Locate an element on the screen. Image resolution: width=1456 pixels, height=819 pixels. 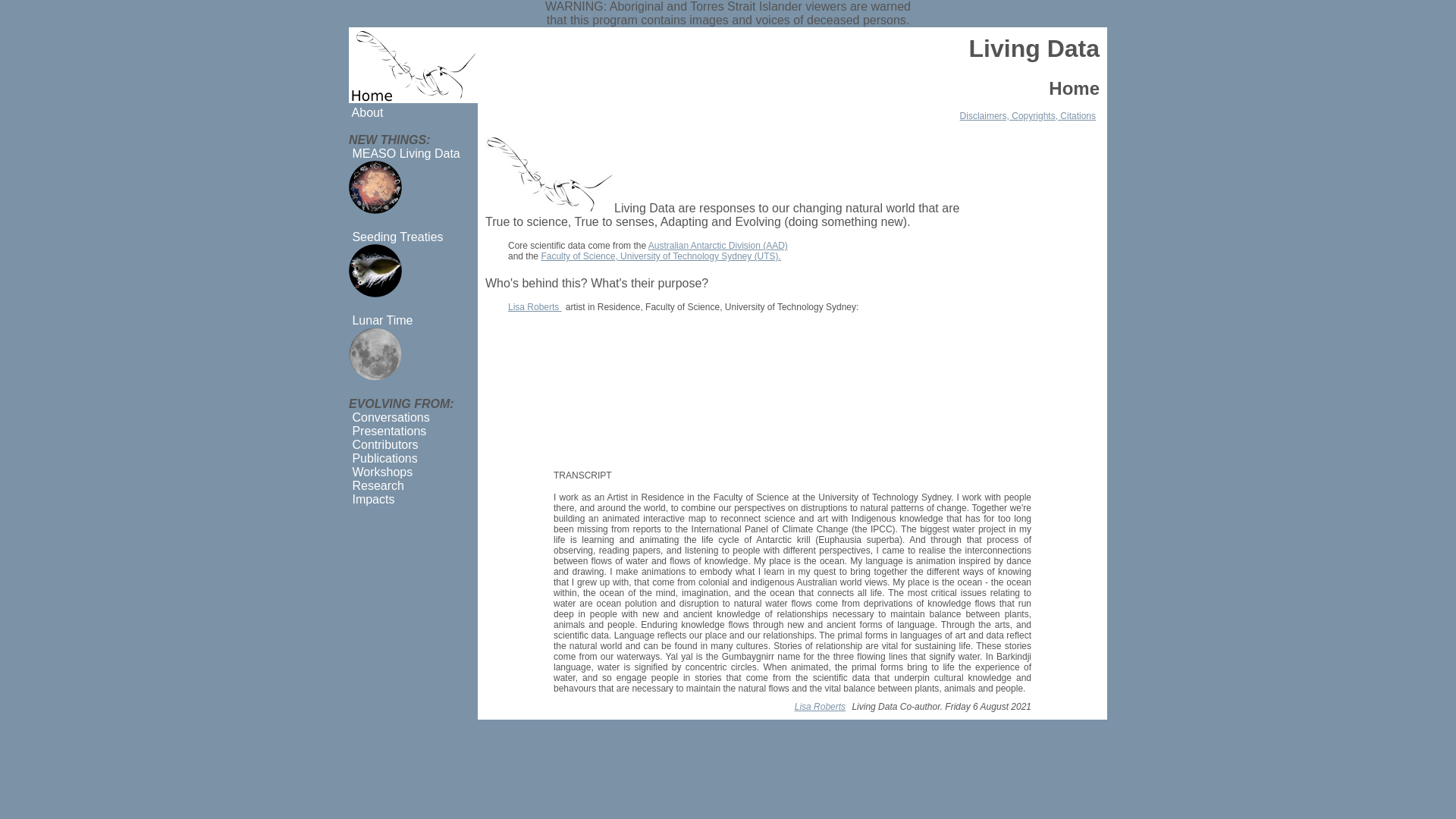
' Publications' is located at coordinates (383, 457).